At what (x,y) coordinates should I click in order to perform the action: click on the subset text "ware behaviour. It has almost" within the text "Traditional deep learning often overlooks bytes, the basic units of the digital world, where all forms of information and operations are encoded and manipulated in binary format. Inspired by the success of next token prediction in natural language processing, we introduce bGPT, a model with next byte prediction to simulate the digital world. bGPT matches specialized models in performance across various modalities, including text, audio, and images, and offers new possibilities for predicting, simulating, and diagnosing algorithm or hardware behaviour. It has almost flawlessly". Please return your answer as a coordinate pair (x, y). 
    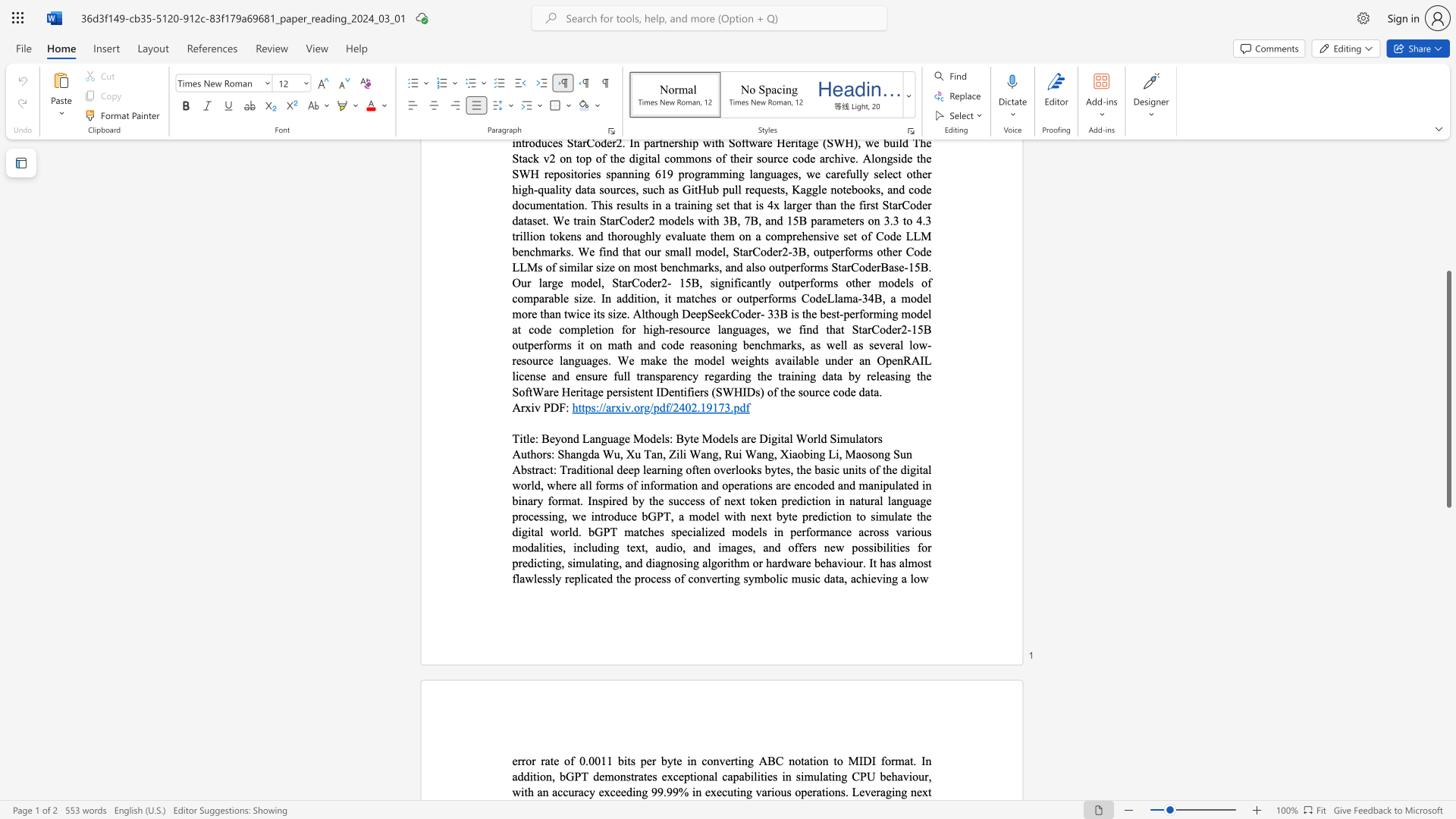
    Looking at the image, I should click on (787, 563).